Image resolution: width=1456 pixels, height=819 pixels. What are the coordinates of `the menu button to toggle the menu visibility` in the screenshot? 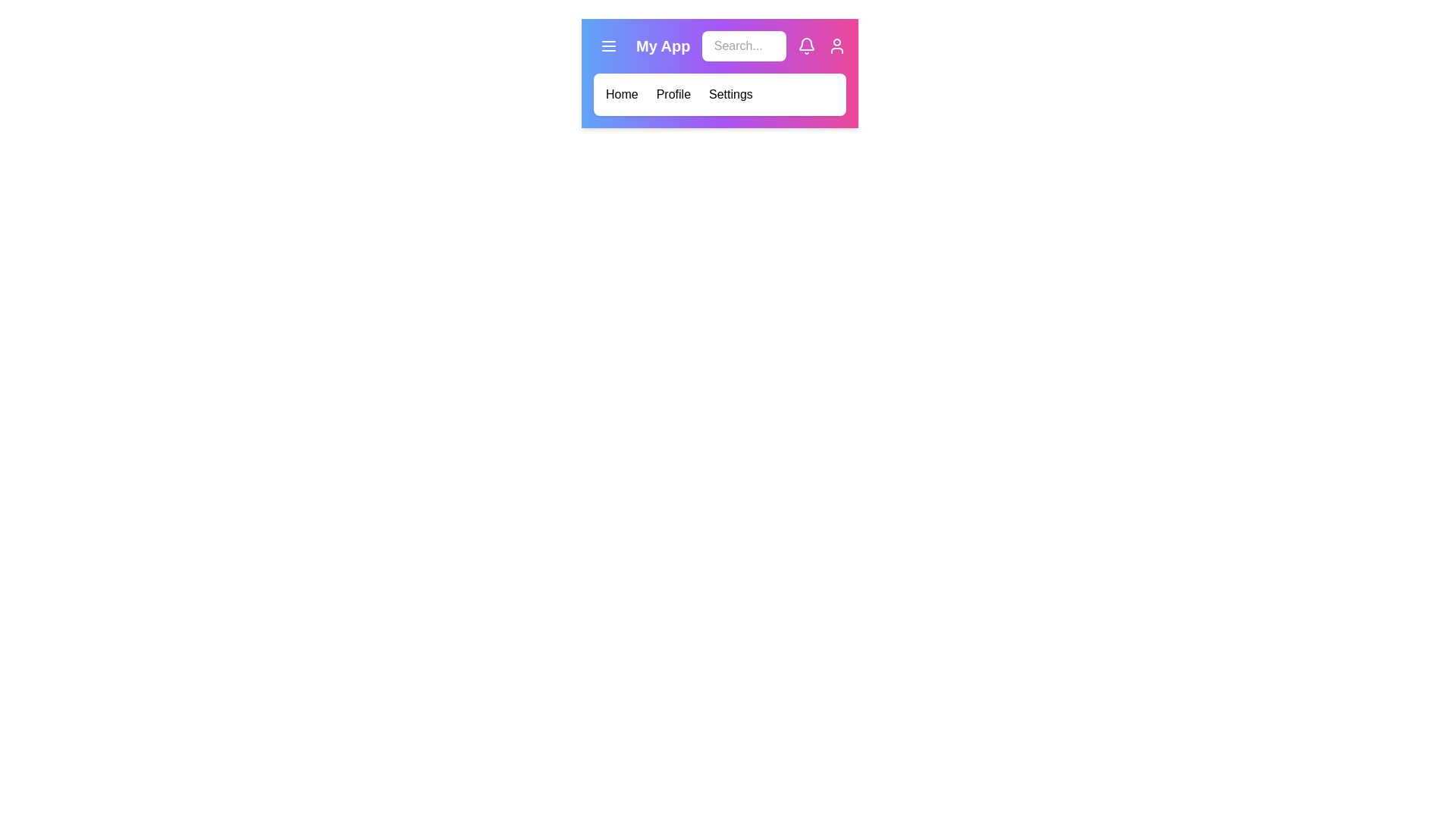 It's located at (608, 45).